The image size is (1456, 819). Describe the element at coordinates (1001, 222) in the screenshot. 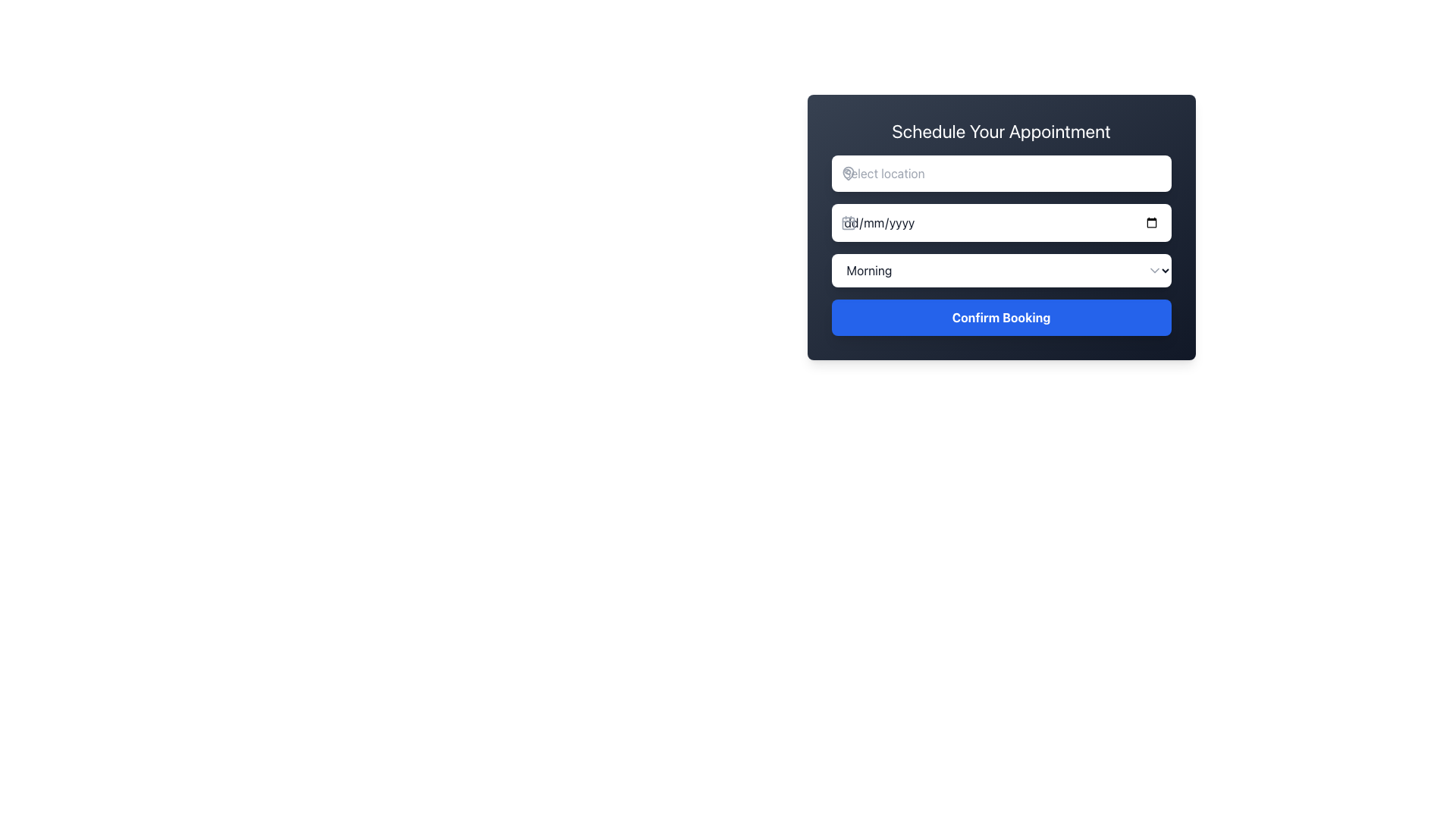

I see `the Date Input Field that allows date selection, which is located below the location input field and above the dropdown menu labeled 'Morning'` at that location.